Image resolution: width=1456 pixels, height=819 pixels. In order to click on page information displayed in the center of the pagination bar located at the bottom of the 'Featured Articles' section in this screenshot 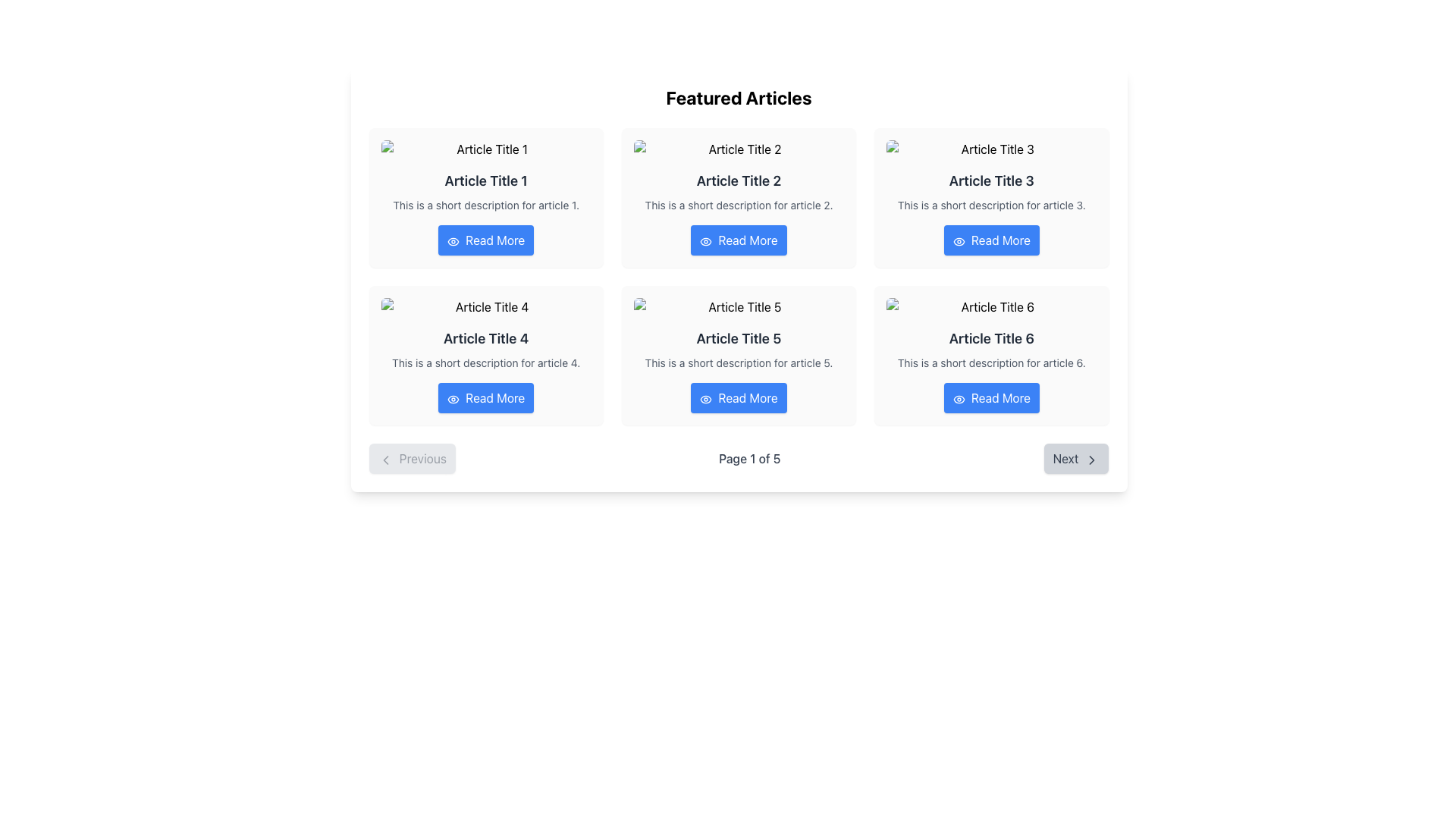, I will do `click(739, 458)`.